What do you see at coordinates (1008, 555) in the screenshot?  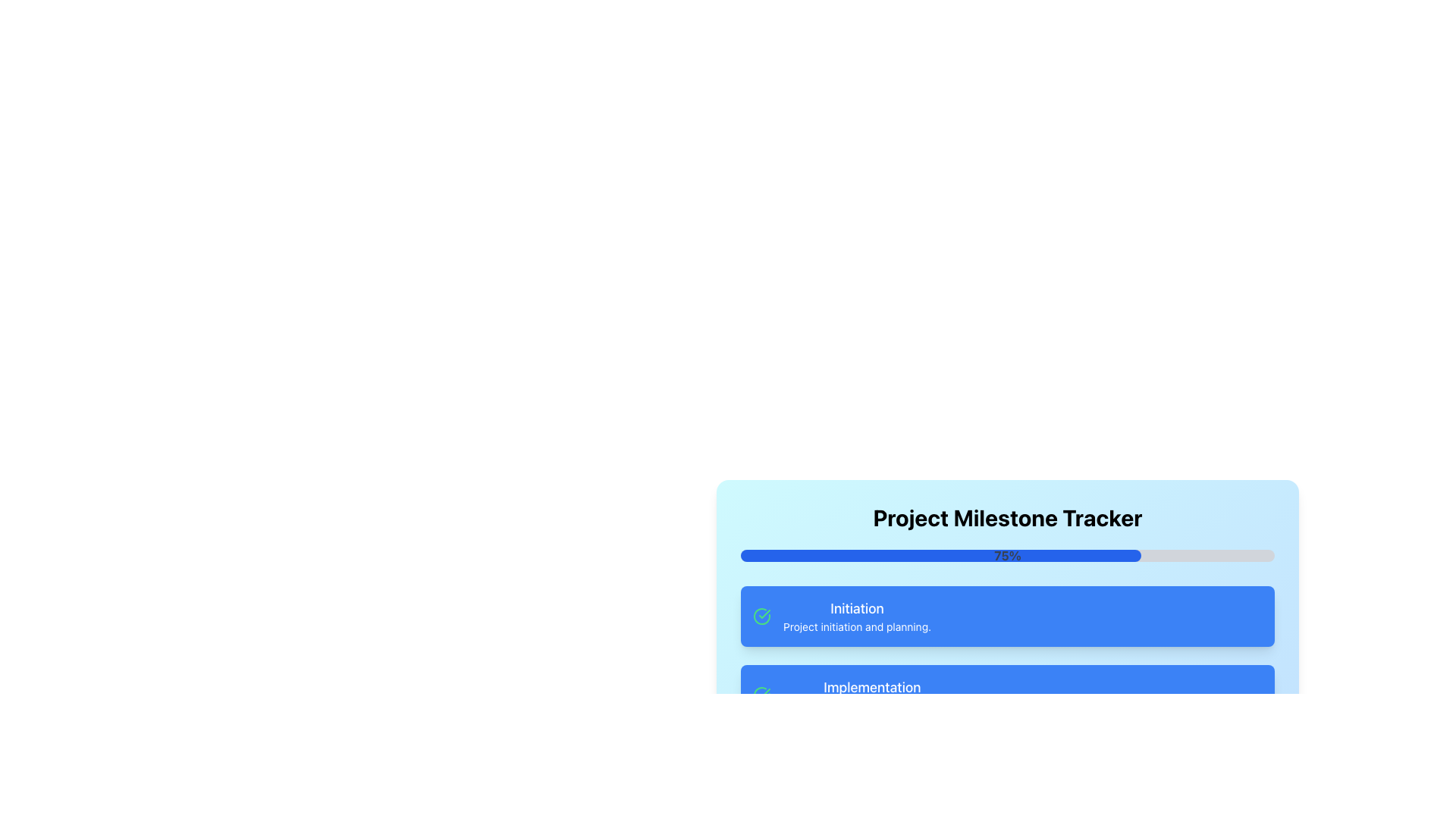 I see `the text label displaying '75%' which is centrally positioned within the blue portion of the progress bar` at bounding box center [1008, 555].